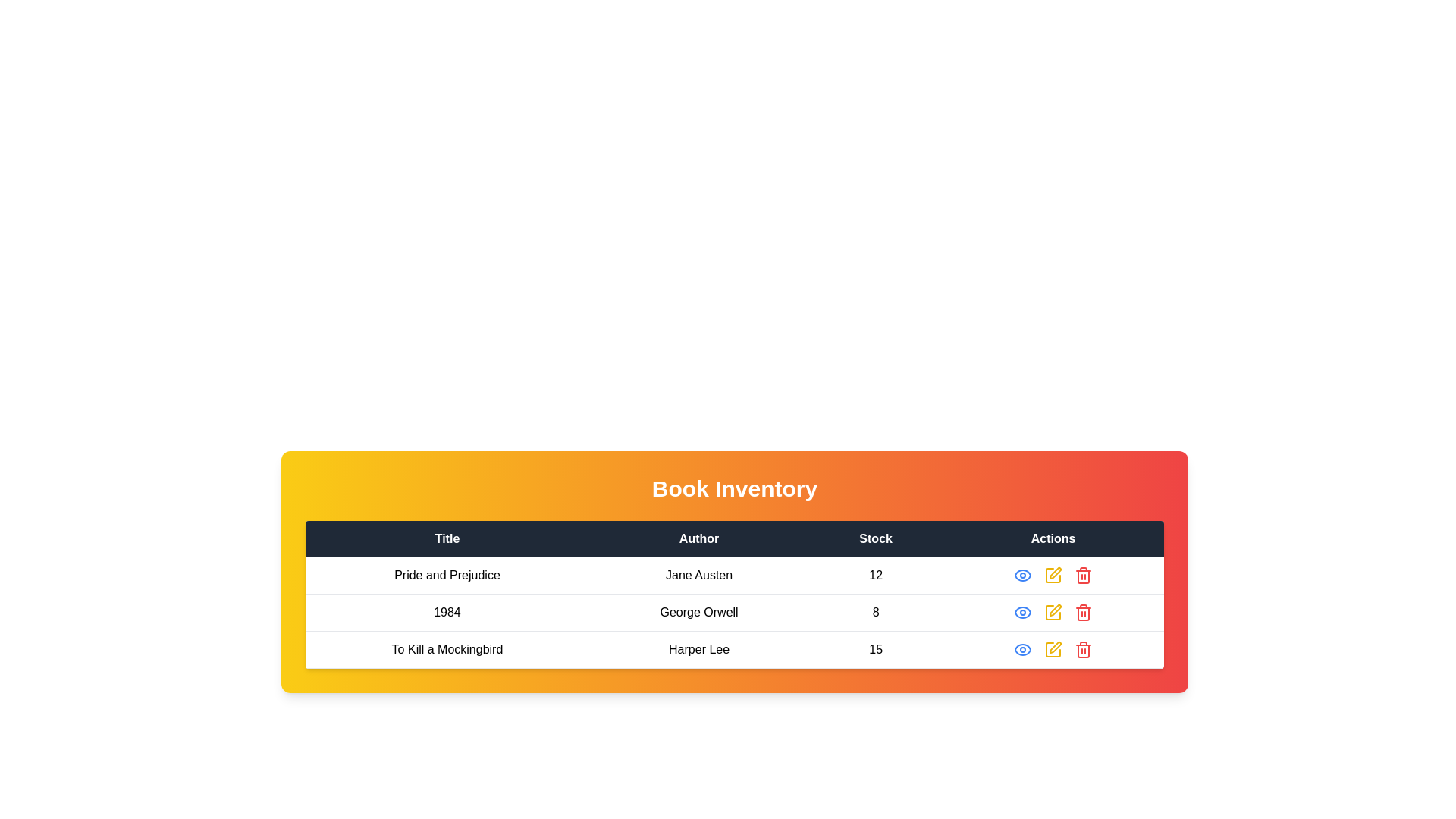  Describe the element at coordinates (735, 611) in the screenshot. I see `the second row in the table displaying information about the book '1984', which includes its title, author, and stock level` at that location.